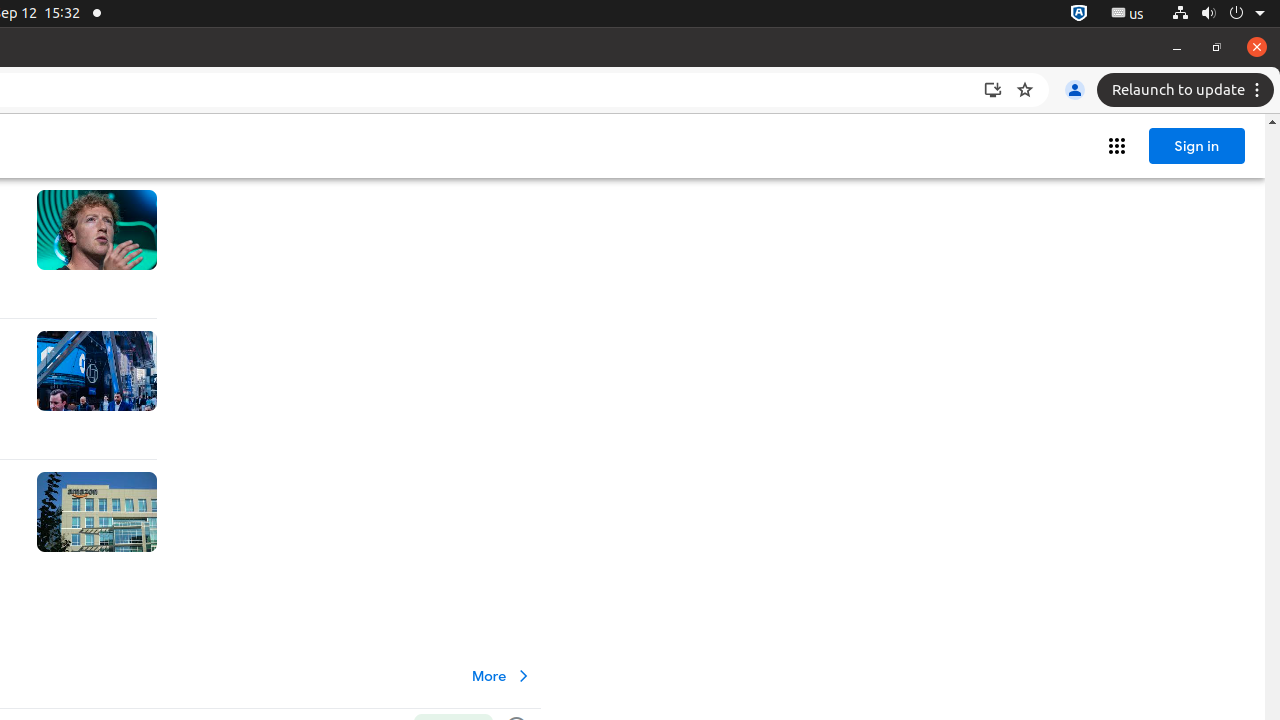 The image size is (1280, 720). Describe the element at coordinates (993, 90) in the screenshot. I see `'Install Google Finance'` at that location.